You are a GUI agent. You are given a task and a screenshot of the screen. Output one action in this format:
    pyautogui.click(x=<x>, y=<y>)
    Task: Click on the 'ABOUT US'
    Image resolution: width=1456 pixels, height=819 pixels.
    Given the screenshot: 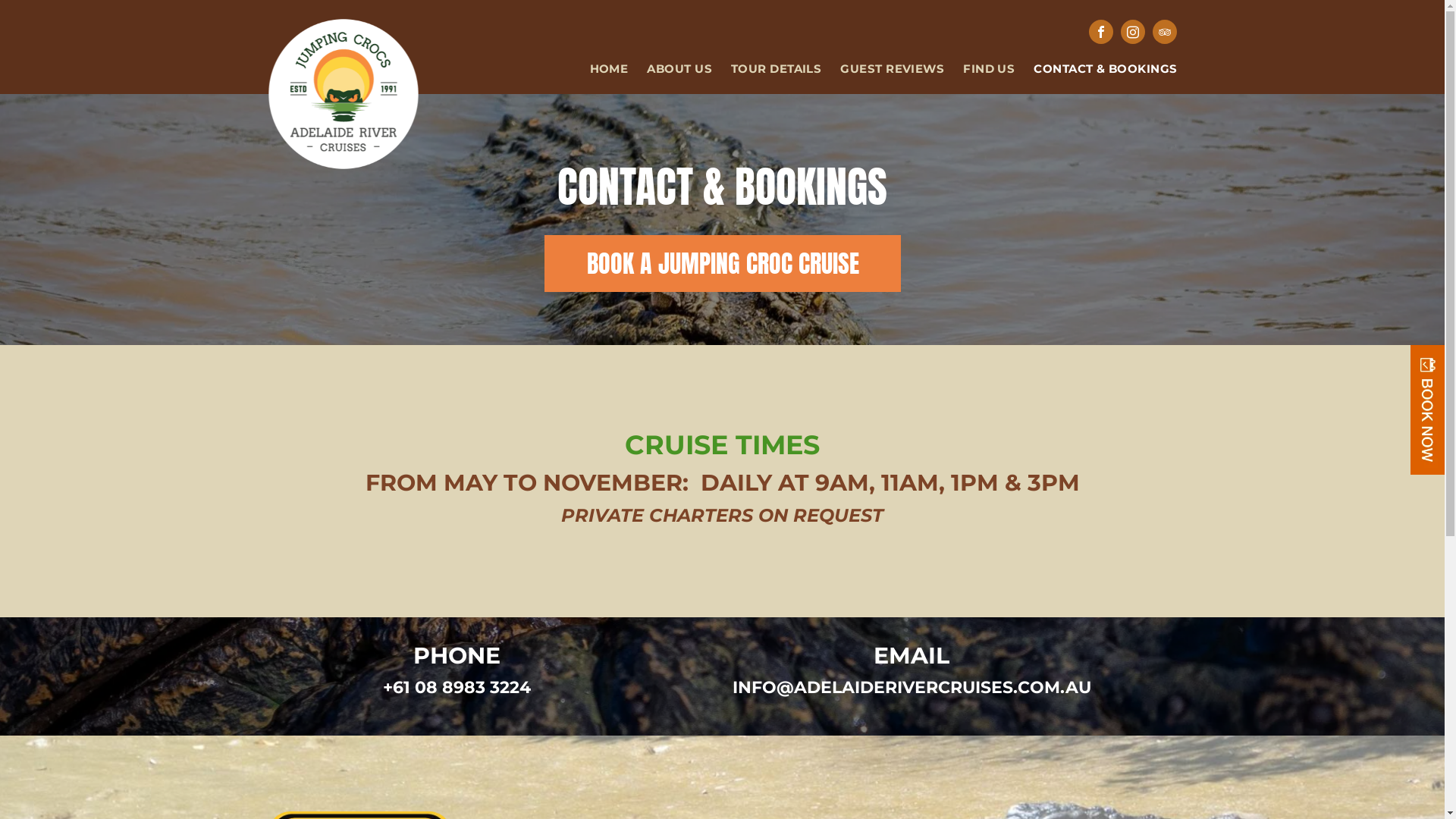 What is the action you would take?
    pyautogui.click(x=628, y=69)
    